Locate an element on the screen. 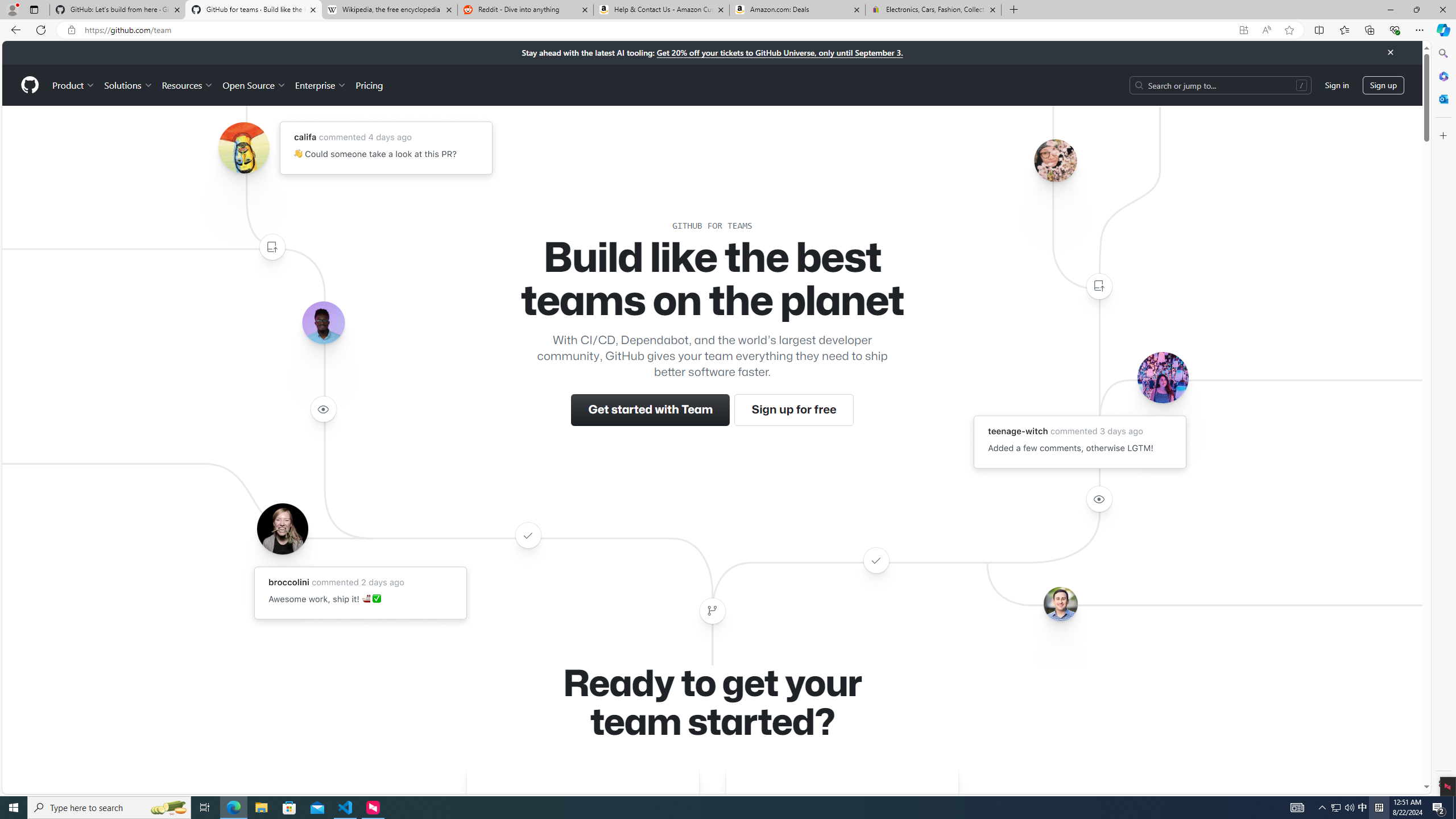  'Get started with Team' is located at coordinates (651, 409).